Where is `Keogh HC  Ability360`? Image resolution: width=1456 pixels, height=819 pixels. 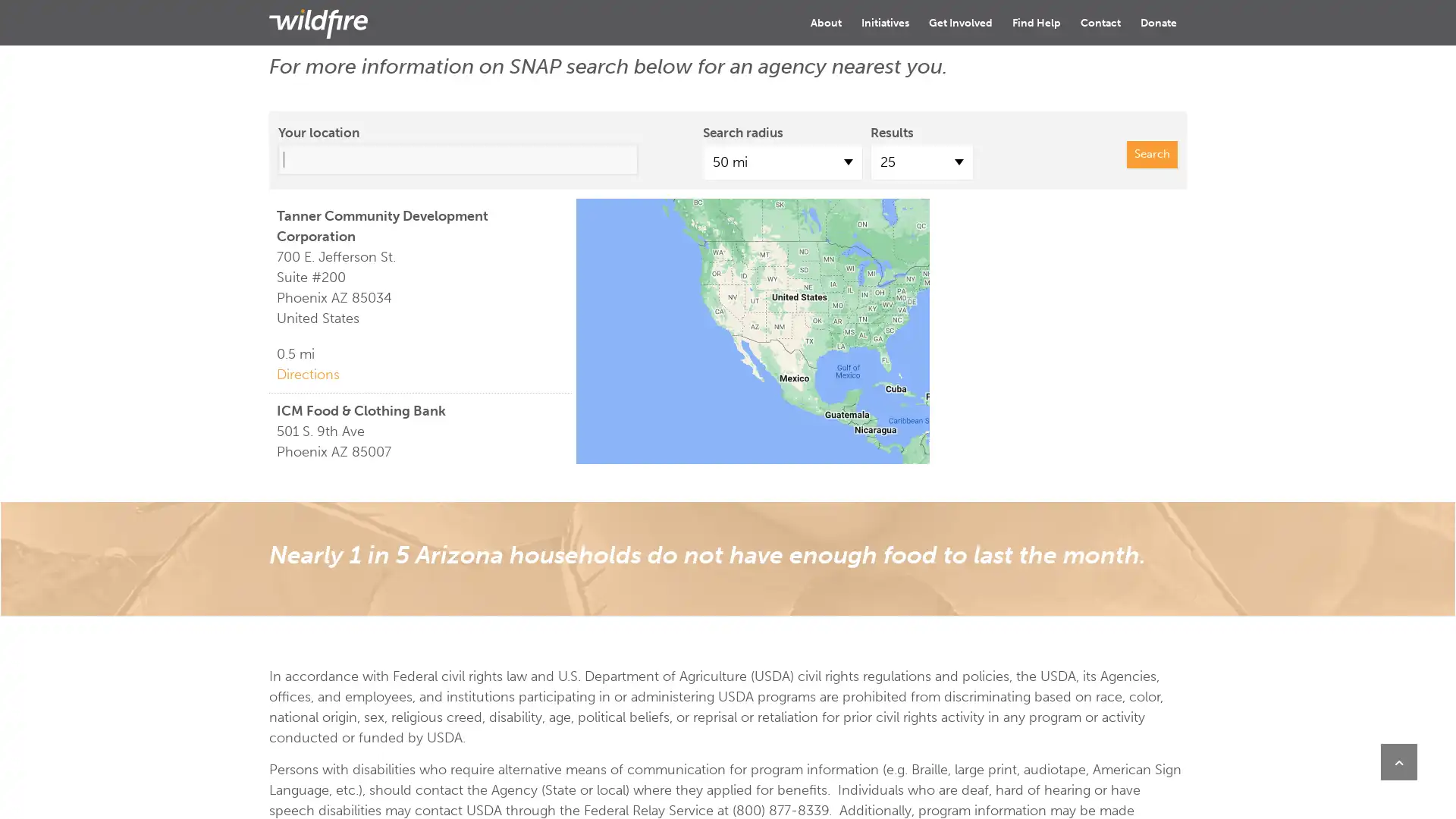
Keogh HC  Ability360 is located at coordinates (884, 321).